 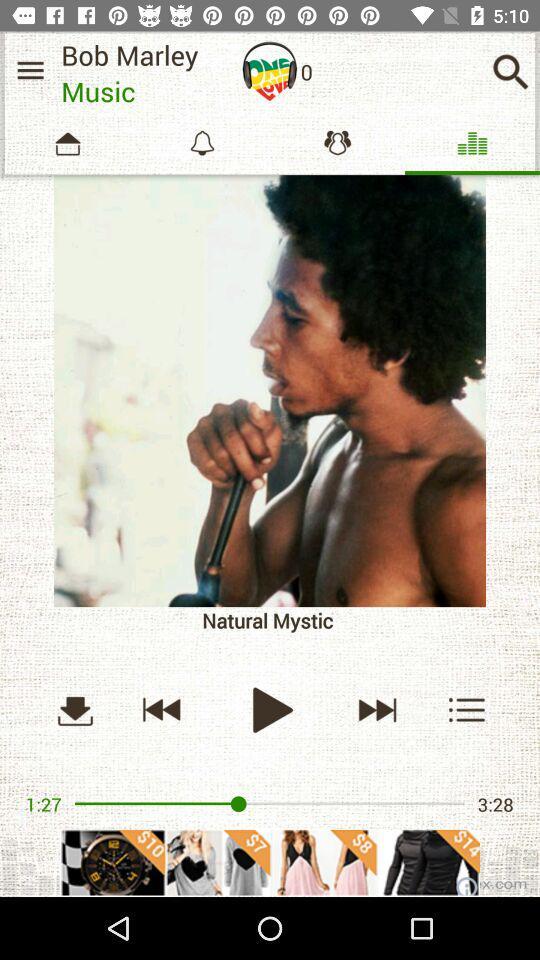 What do you see at coordinates (376, 709) in the screenshot?
I see `the skip_next icon` at bounding box center [376, 709].